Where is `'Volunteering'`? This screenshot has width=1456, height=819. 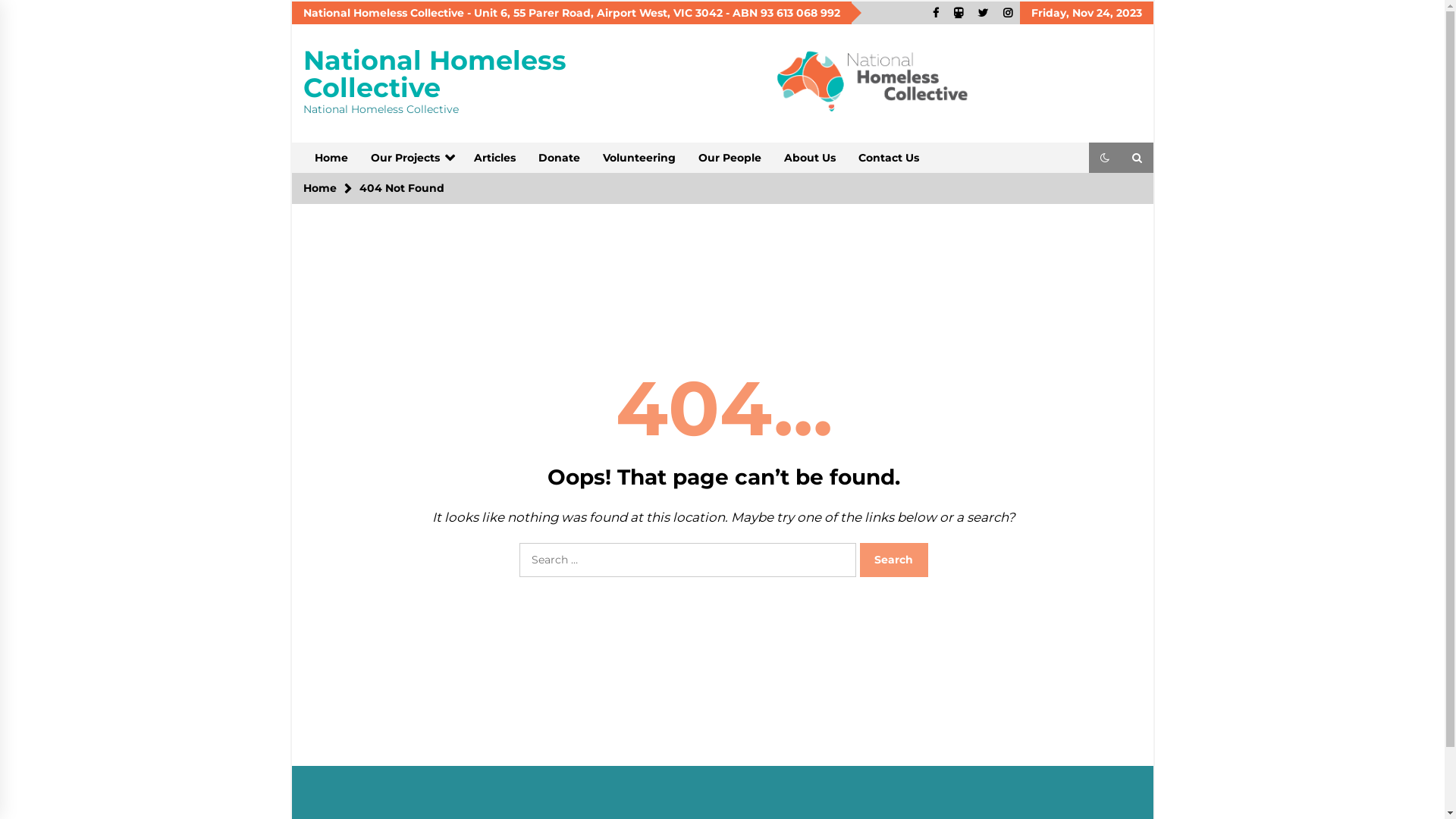 'Volunteering' is located at coordinates (639, 158).